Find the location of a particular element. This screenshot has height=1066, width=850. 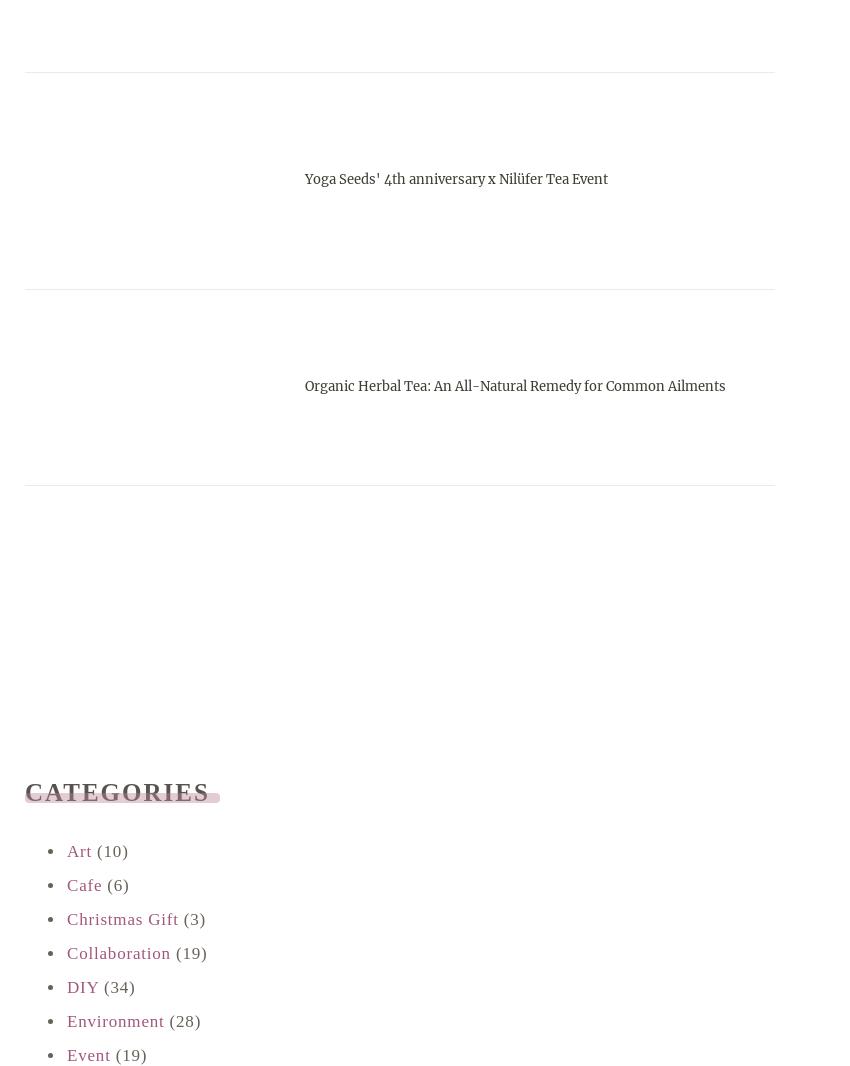

'Art' is located at coordinates (79, 851).